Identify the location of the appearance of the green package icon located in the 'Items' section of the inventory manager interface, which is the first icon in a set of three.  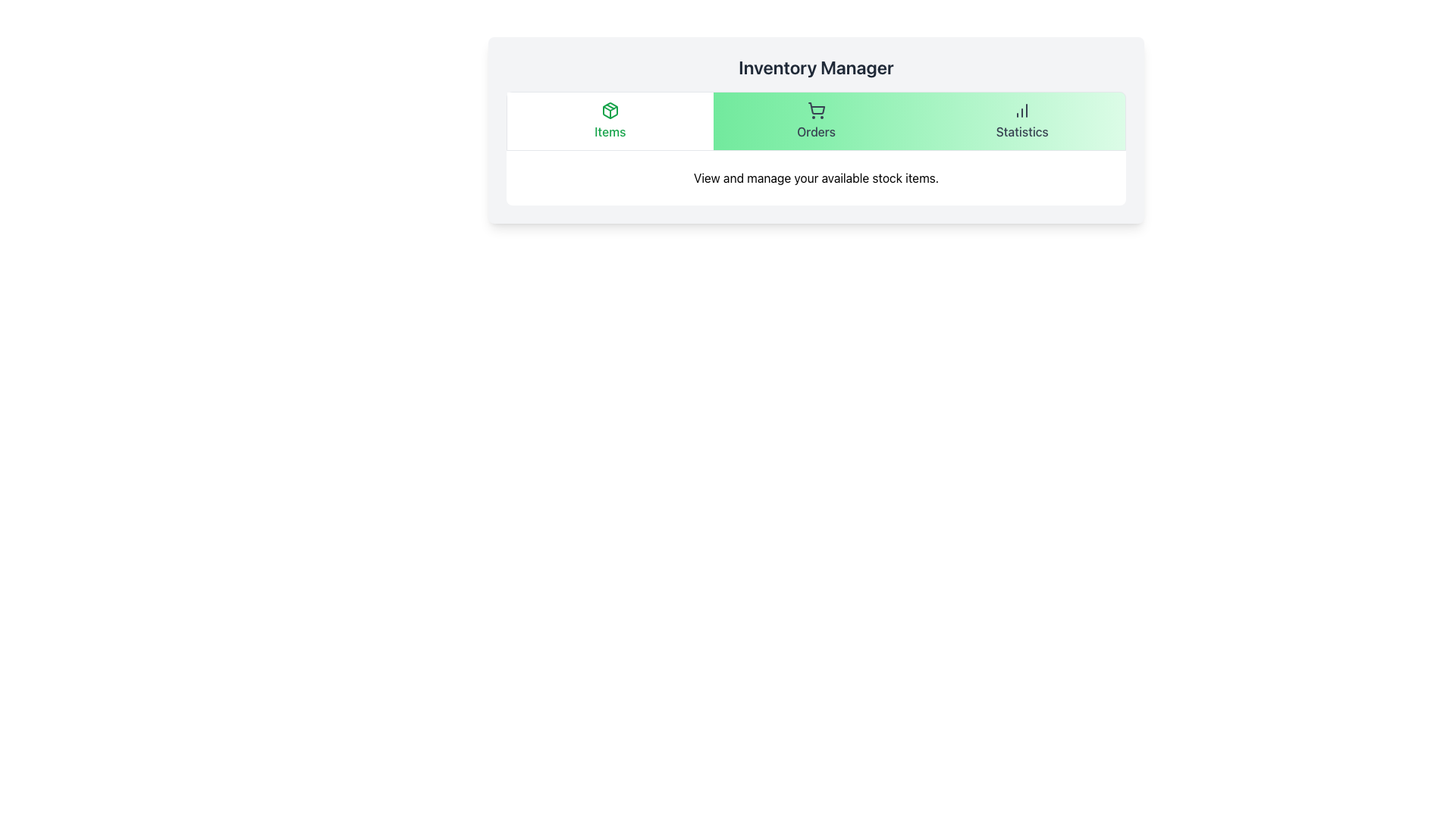
(610, 110).